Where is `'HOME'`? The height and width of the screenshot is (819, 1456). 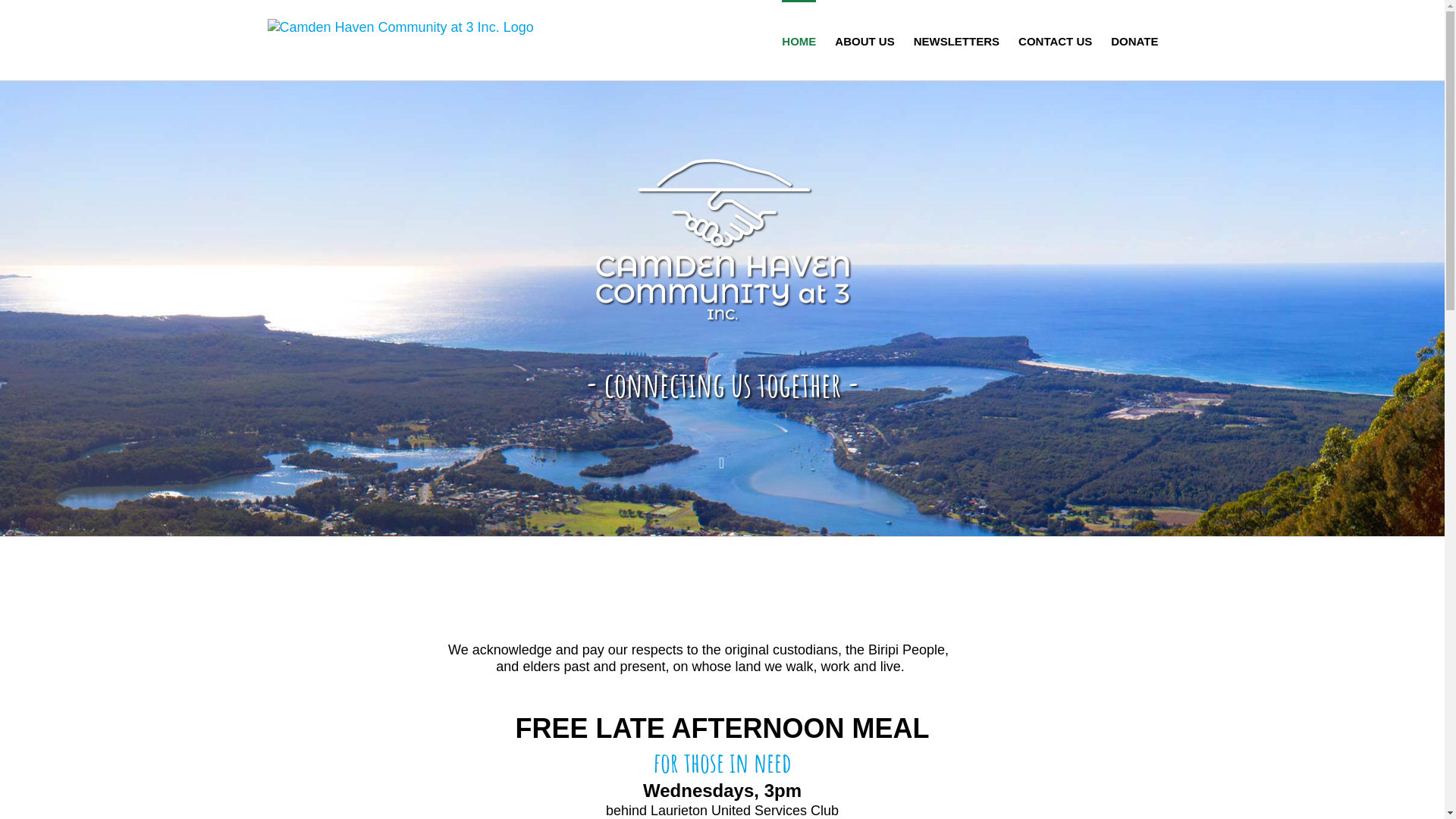
'HOME' is located at coordinates (798, 39).